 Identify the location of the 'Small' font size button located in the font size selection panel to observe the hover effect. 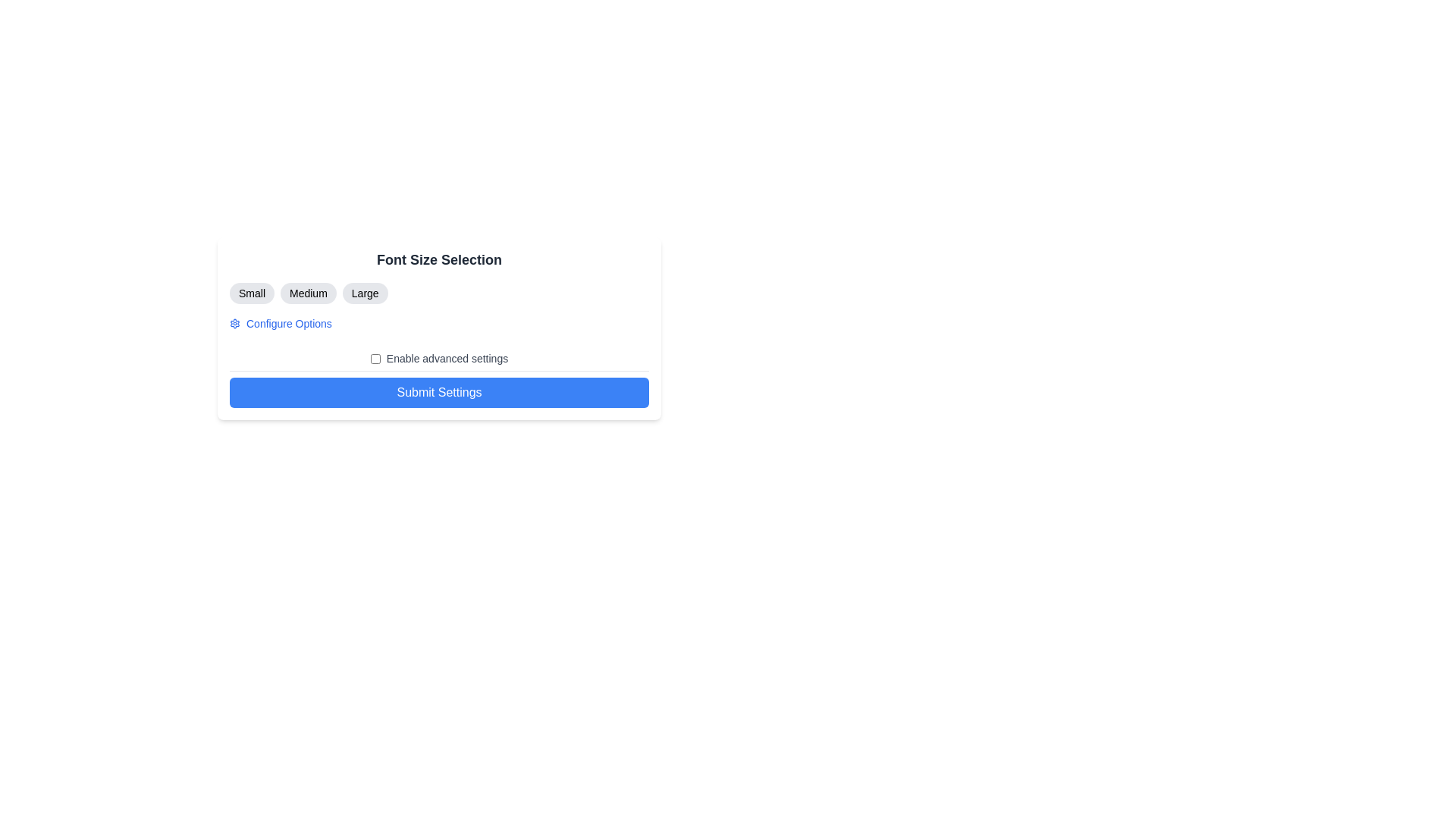
(252, 293).